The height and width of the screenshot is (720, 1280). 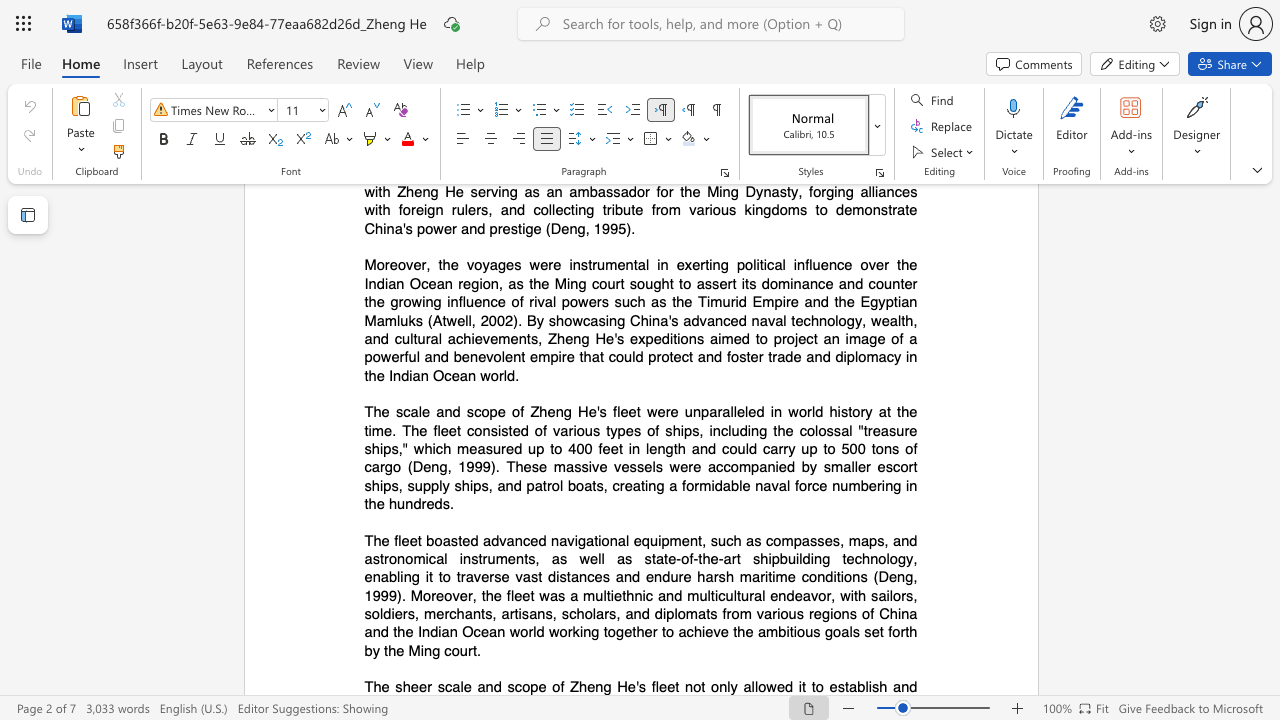 What do you see at coordinates (841, 632) in the screenshot?
I see `the space between the continuous character "o" and "a" in the text` at bounding box center [841, 632].